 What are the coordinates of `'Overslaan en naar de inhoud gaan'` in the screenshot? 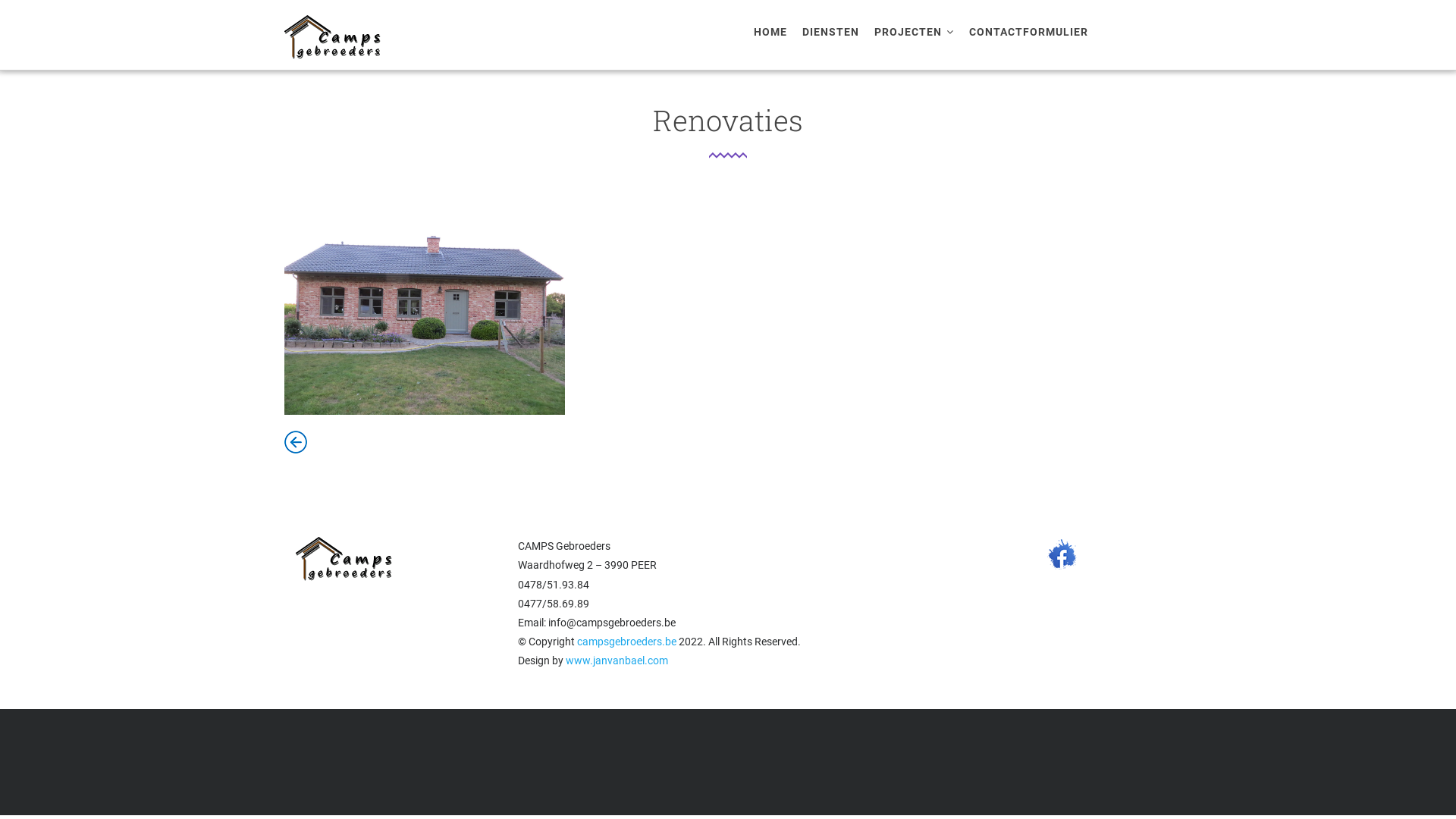 It's located at (0, 0).